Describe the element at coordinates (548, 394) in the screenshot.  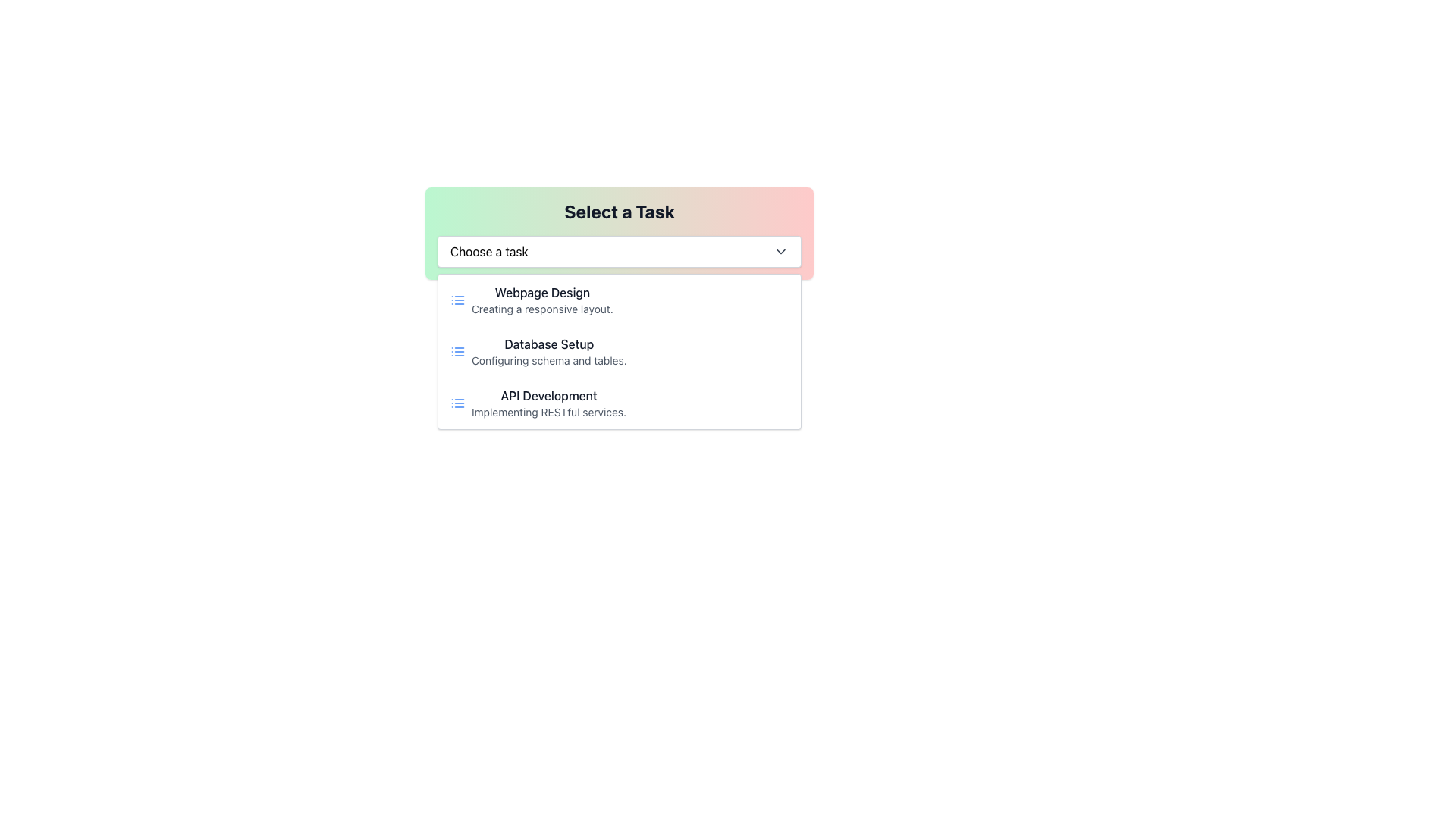
I see `the text label displaying 'API Development', which is the title of the third task option in the task selection dropdown list` at that location.